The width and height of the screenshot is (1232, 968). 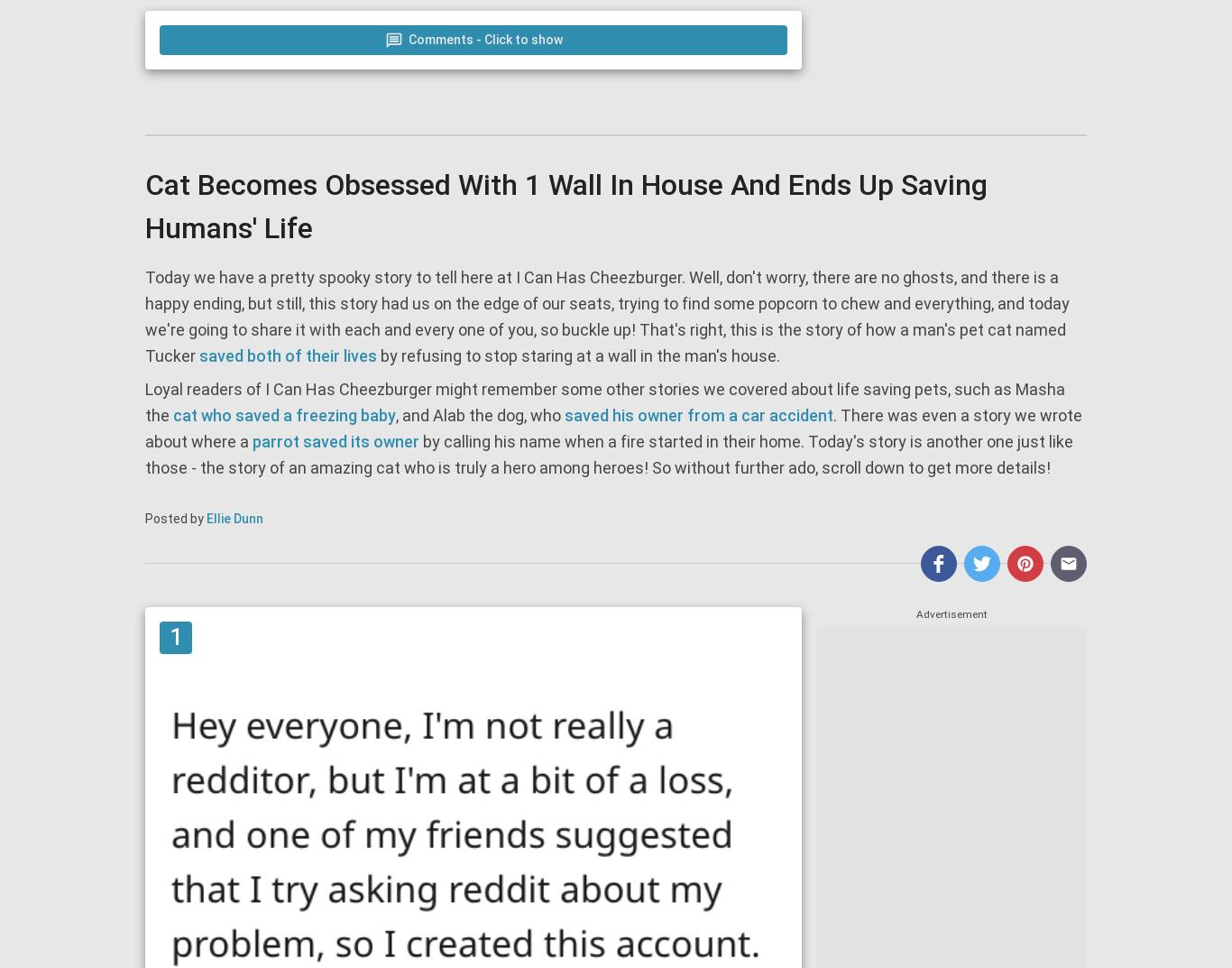 I want to click on 'by refusing to stop staring at a wall in the man's house.', so click(x=375, y=355).